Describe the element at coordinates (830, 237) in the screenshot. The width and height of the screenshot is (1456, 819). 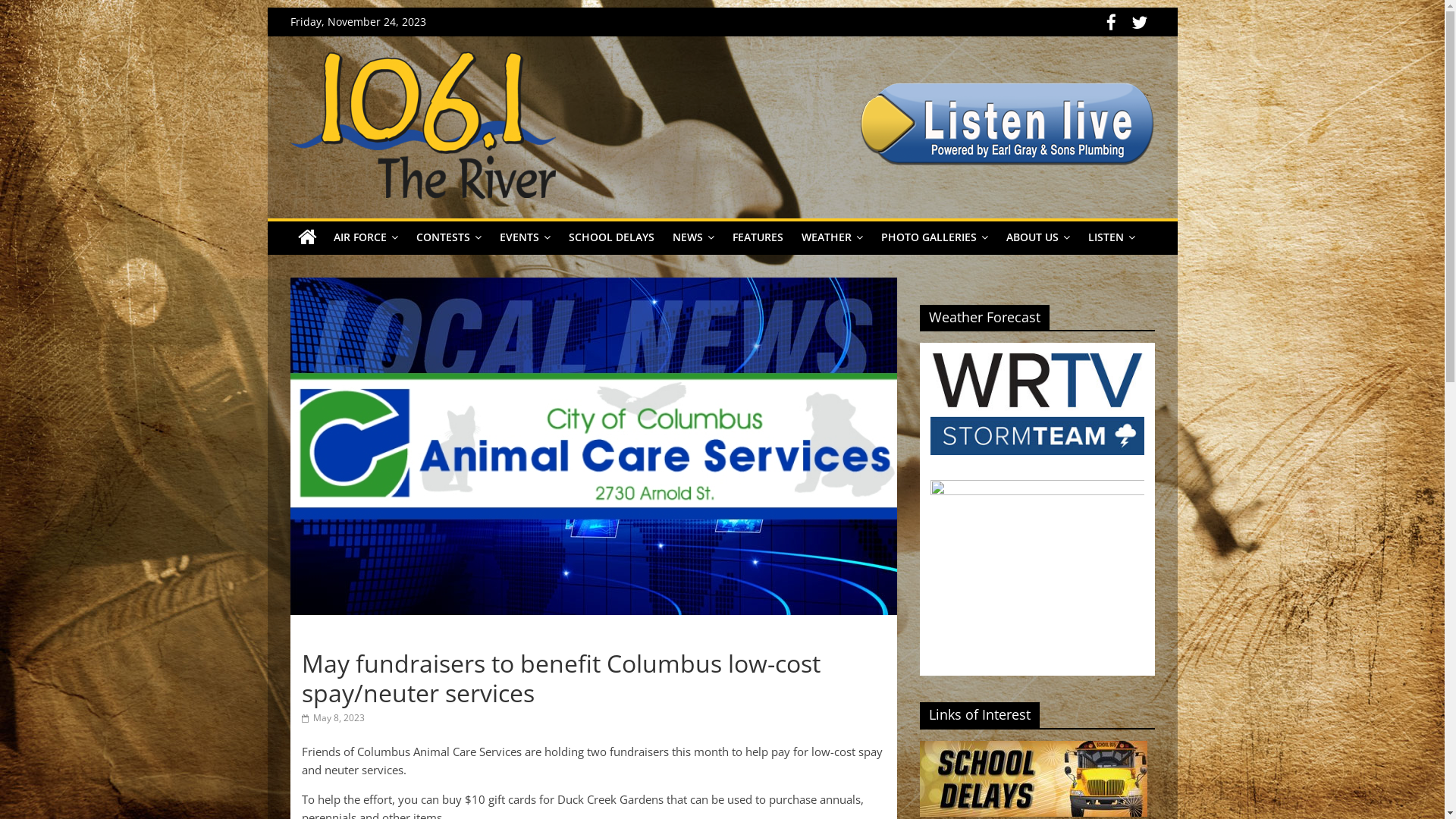
I see `'WEATHER'` at that location.